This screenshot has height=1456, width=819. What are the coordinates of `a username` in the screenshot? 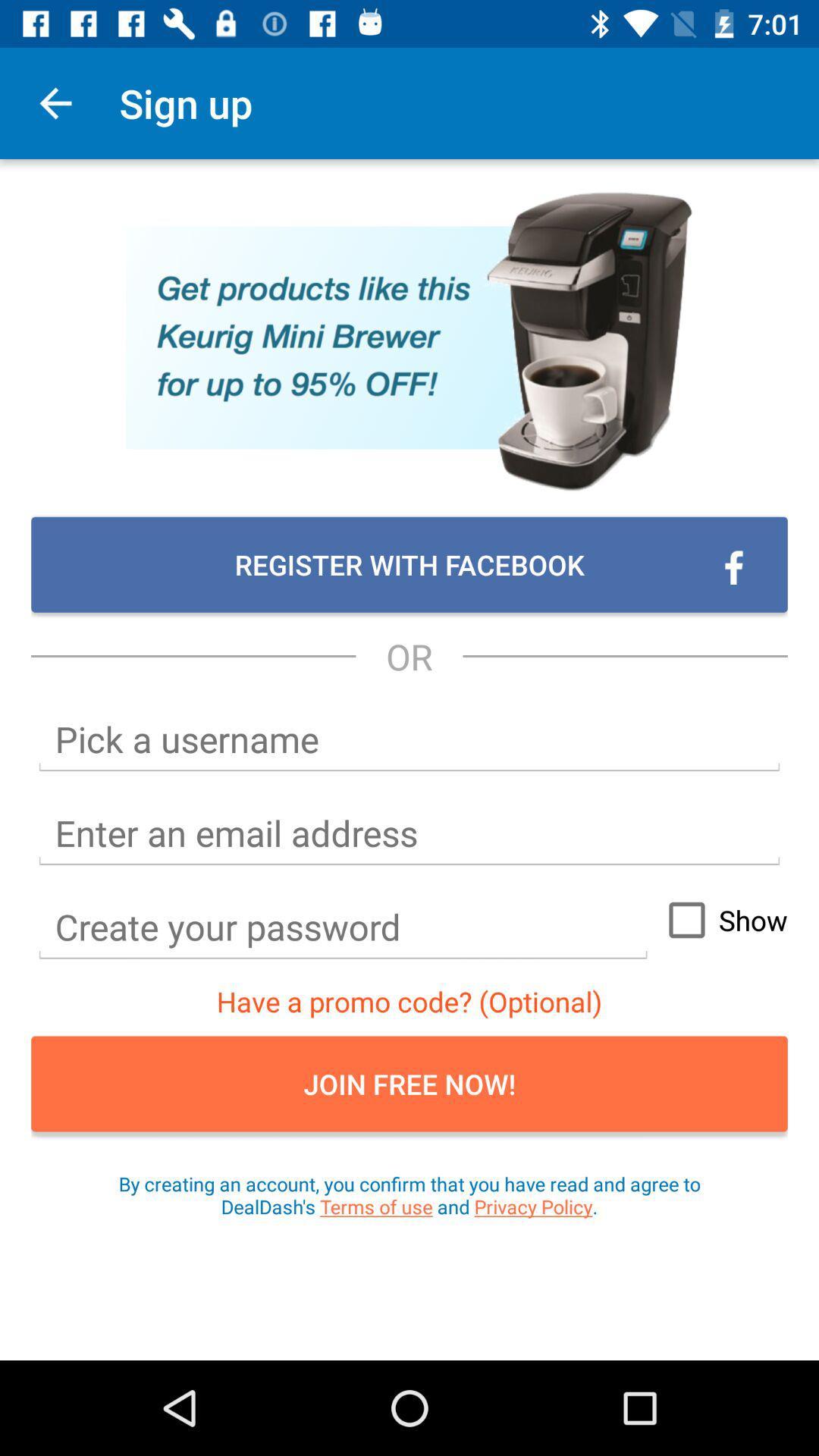 It's located at (409, 739).